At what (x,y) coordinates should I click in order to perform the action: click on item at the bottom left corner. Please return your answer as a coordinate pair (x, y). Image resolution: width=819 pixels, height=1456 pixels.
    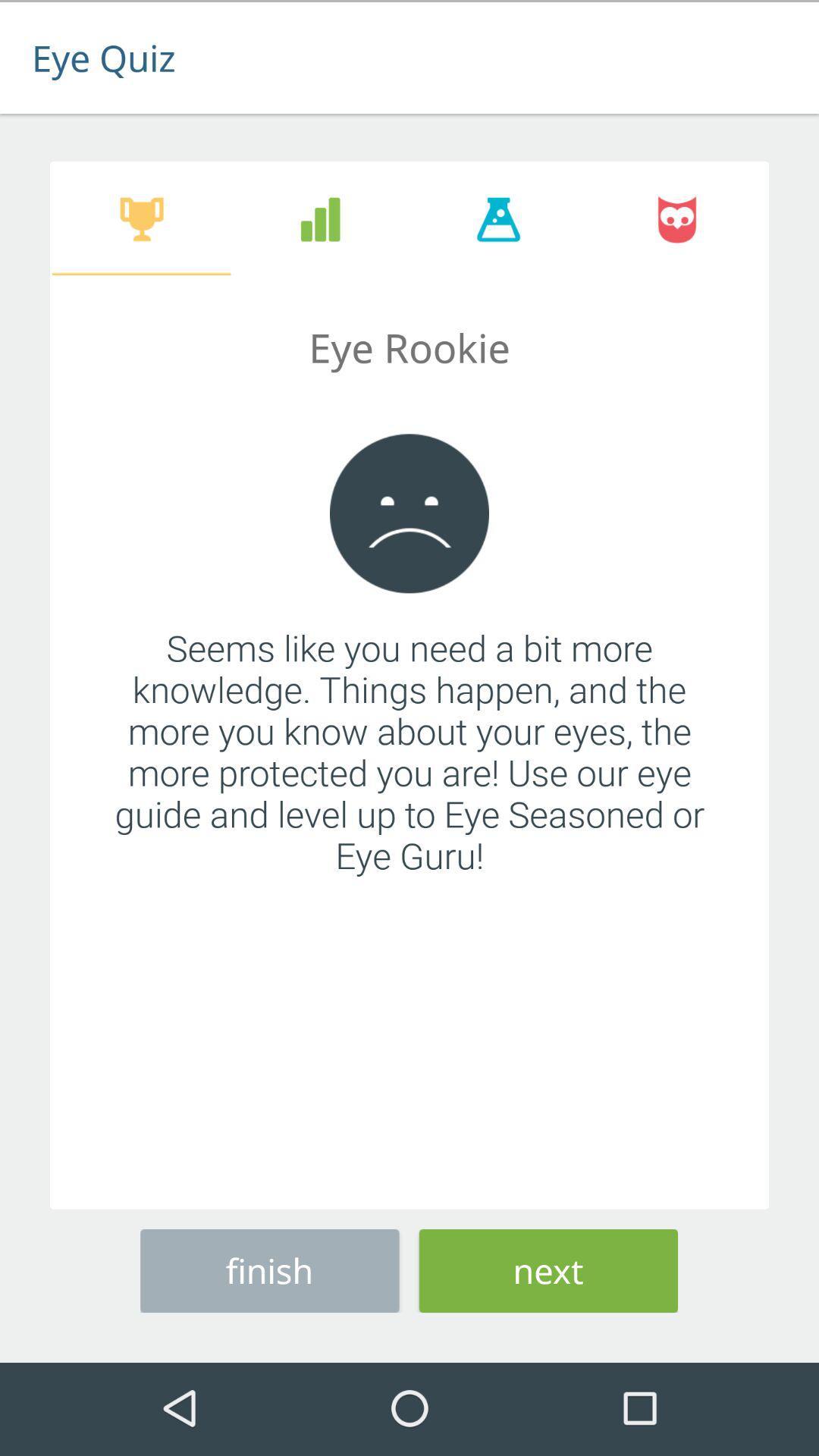
    Looking at the image, I should click on (268, 1268).